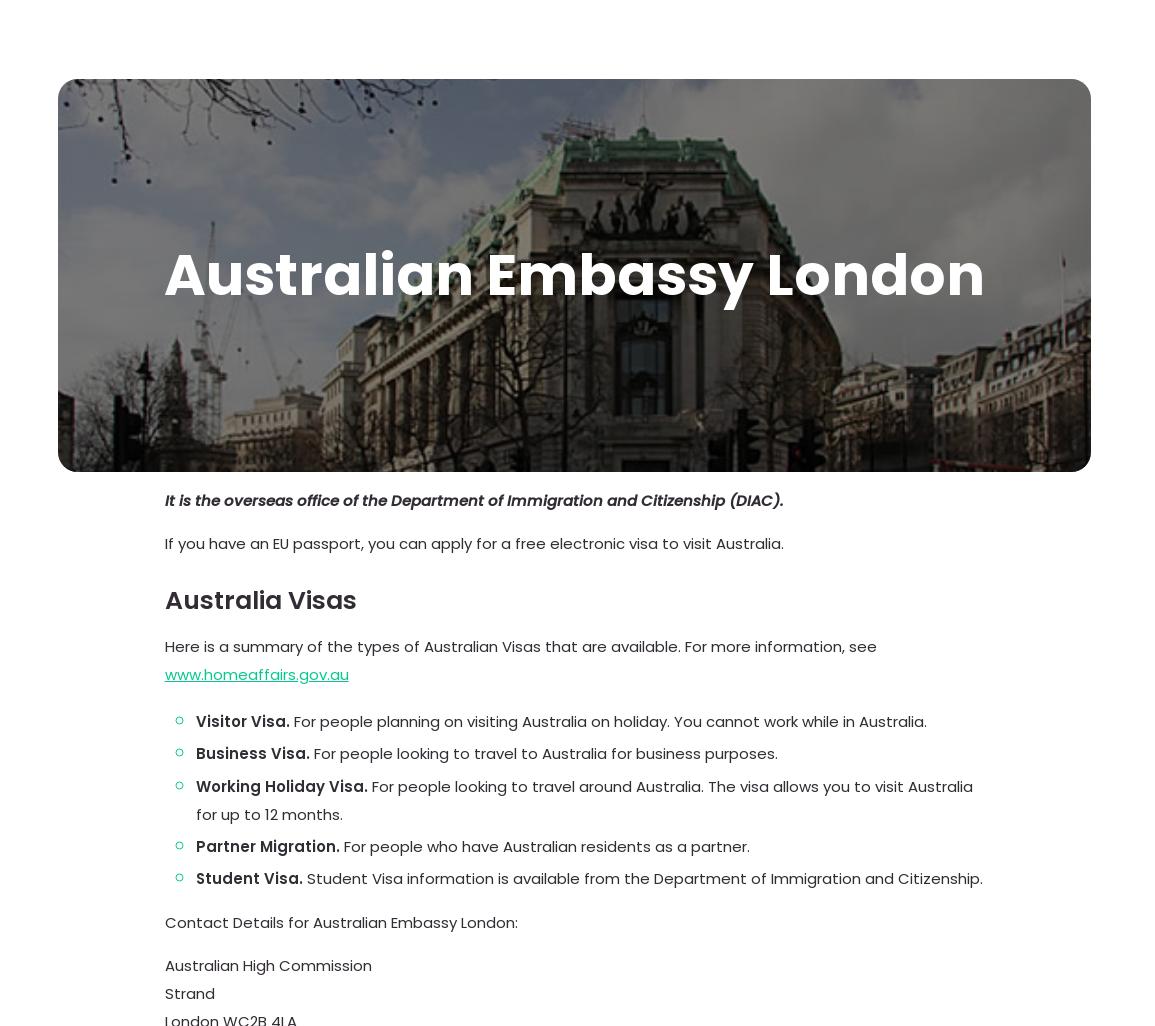 This screenshot has height=1026, width=1155. I want to click on 'The Australian Embassy, London, is open from 9:00 am to 5:00 pm, Monday to Friday.', so click(164, 103).